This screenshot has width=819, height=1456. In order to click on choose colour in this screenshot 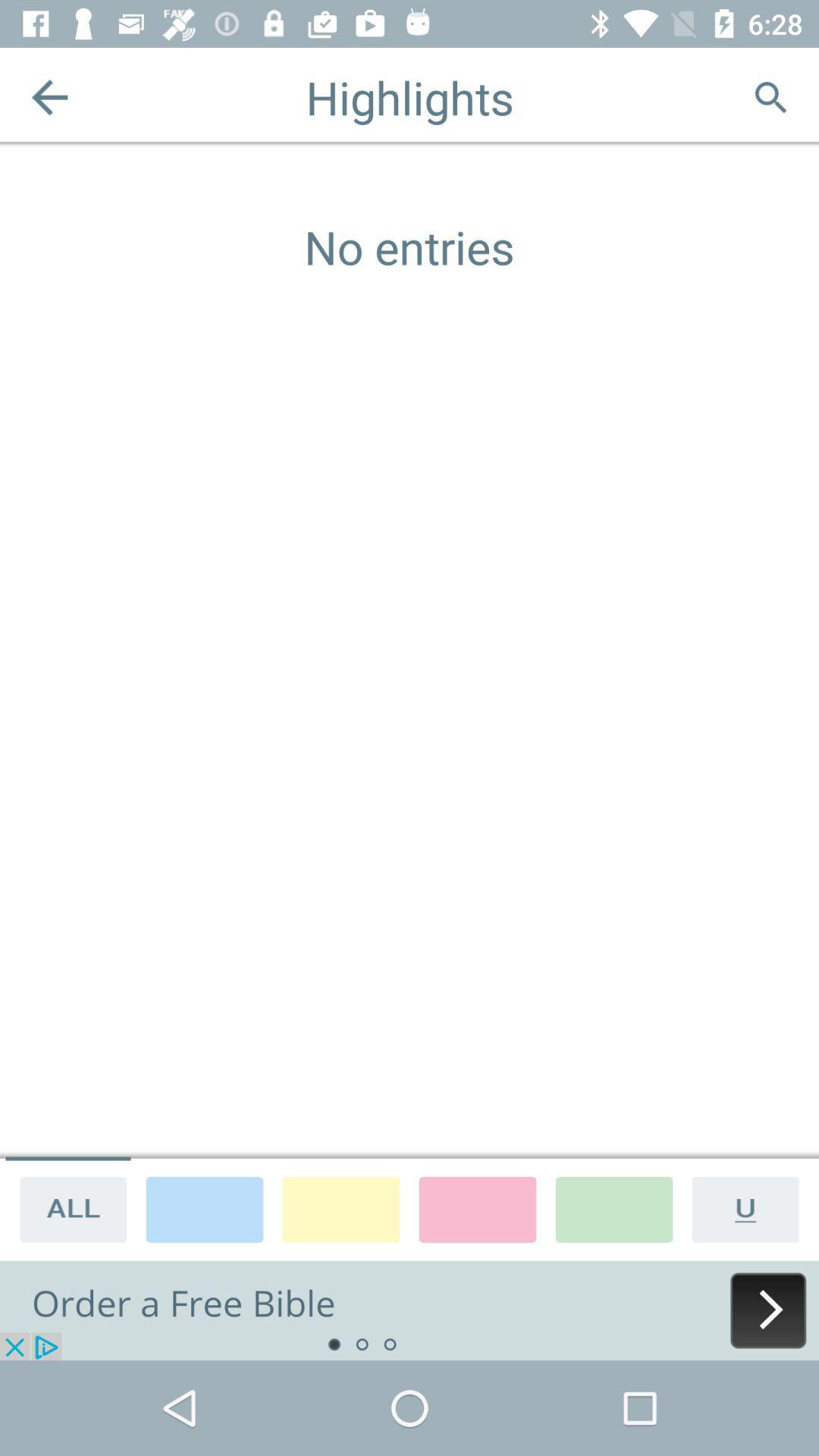, I will do `click(341, 1208)`.